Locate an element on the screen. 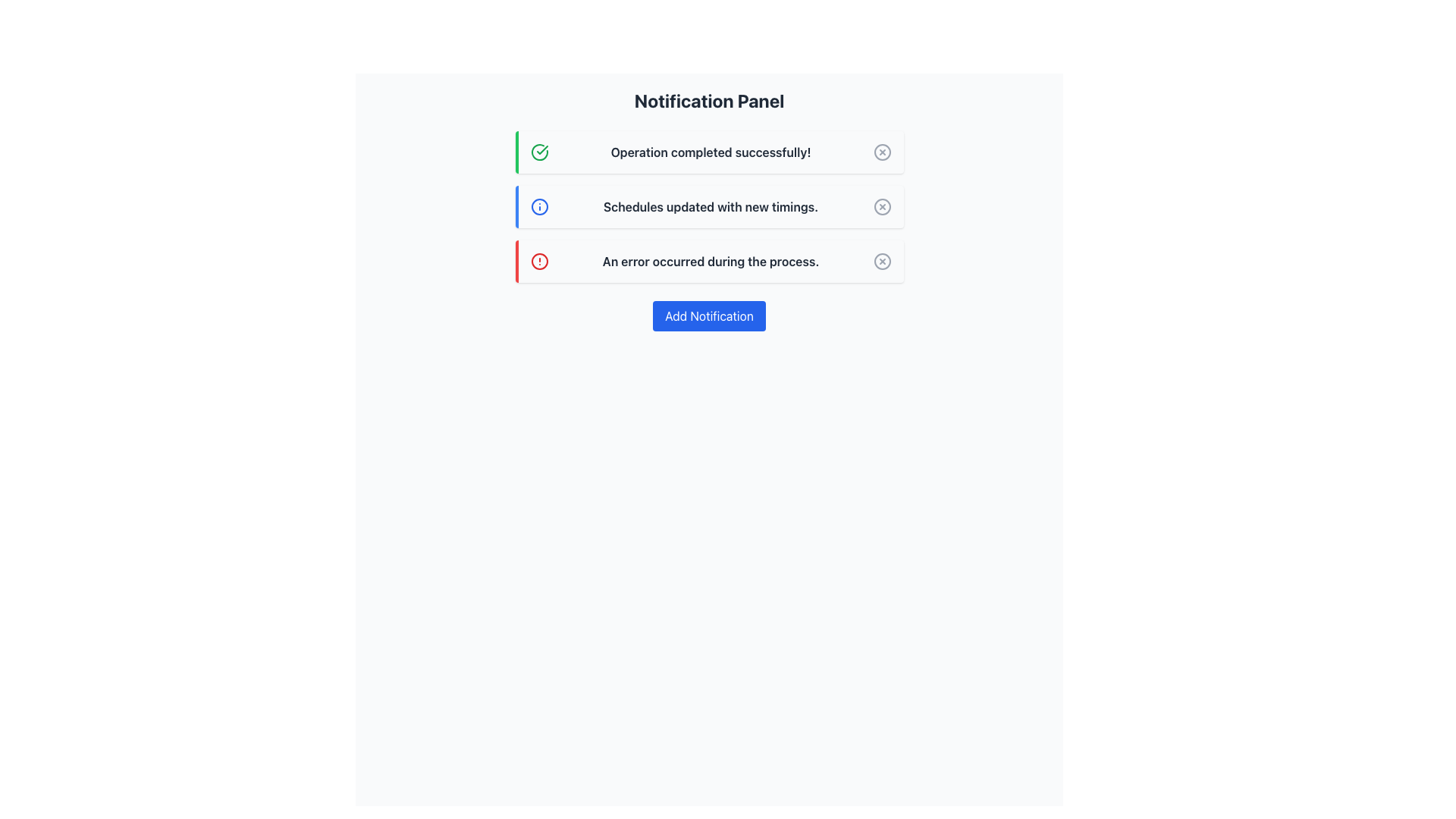  the red circular SVG element that indicates an error or alert, located in the third notification row next to the text 'An error occurred during the process.' is located at coordinates (539, 260).